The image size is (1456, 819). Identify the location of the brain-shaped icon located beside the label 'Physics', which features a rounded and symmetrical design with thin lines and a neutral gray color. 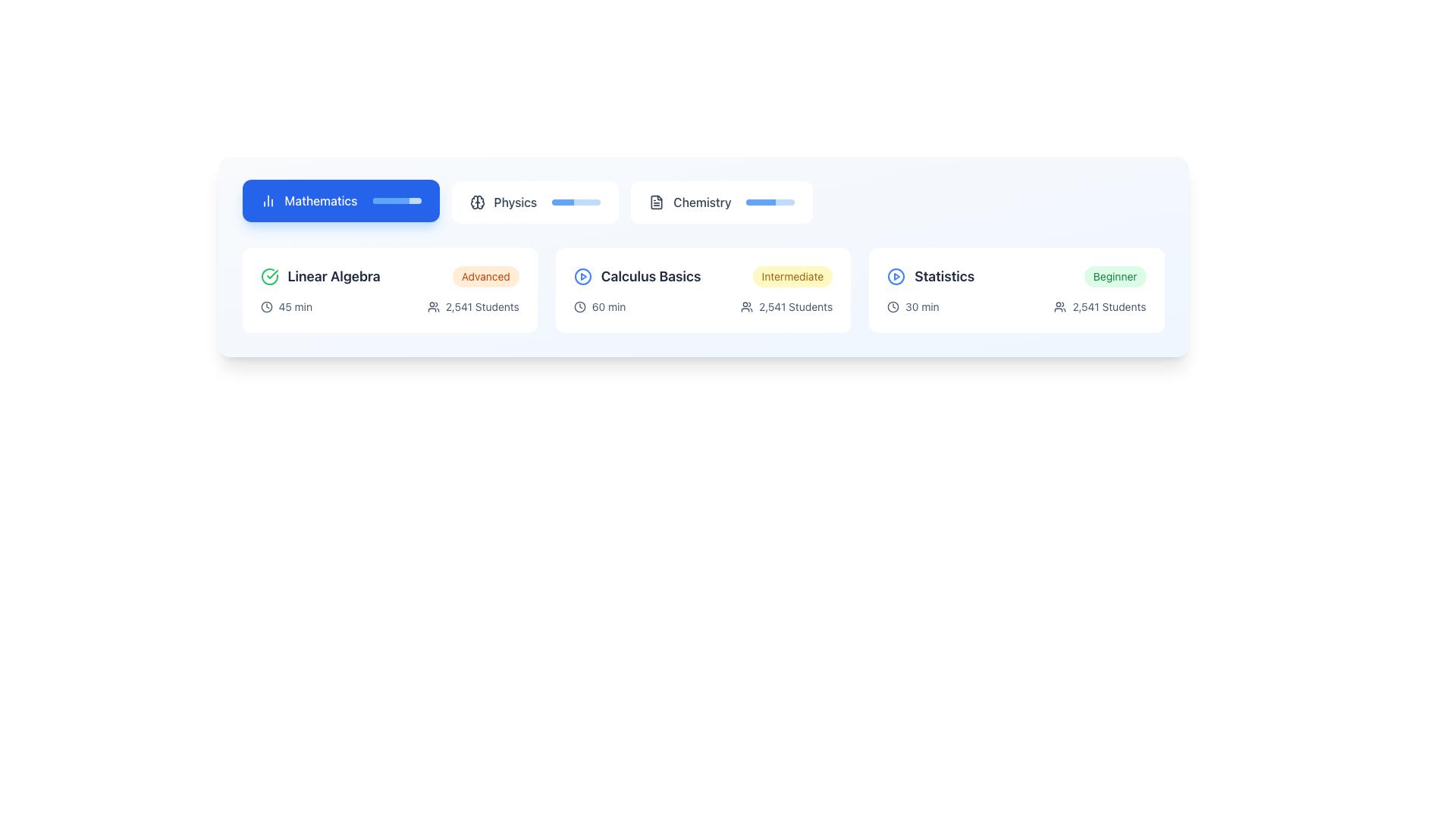
(476, 201).